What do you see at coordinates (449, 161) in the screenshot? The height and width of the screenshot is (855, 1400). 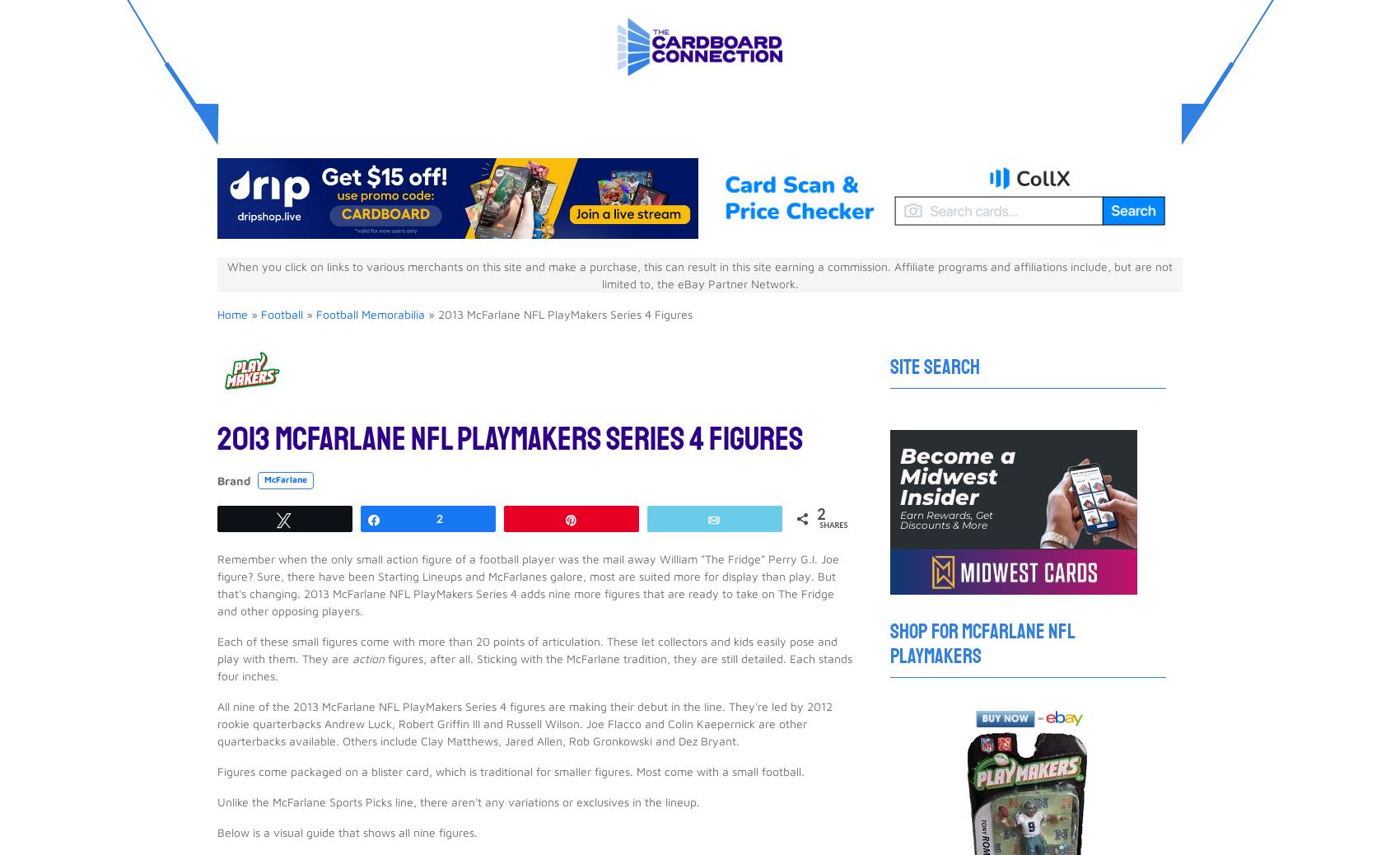 I see `'$5.07'` at bounding box center [449, 161].